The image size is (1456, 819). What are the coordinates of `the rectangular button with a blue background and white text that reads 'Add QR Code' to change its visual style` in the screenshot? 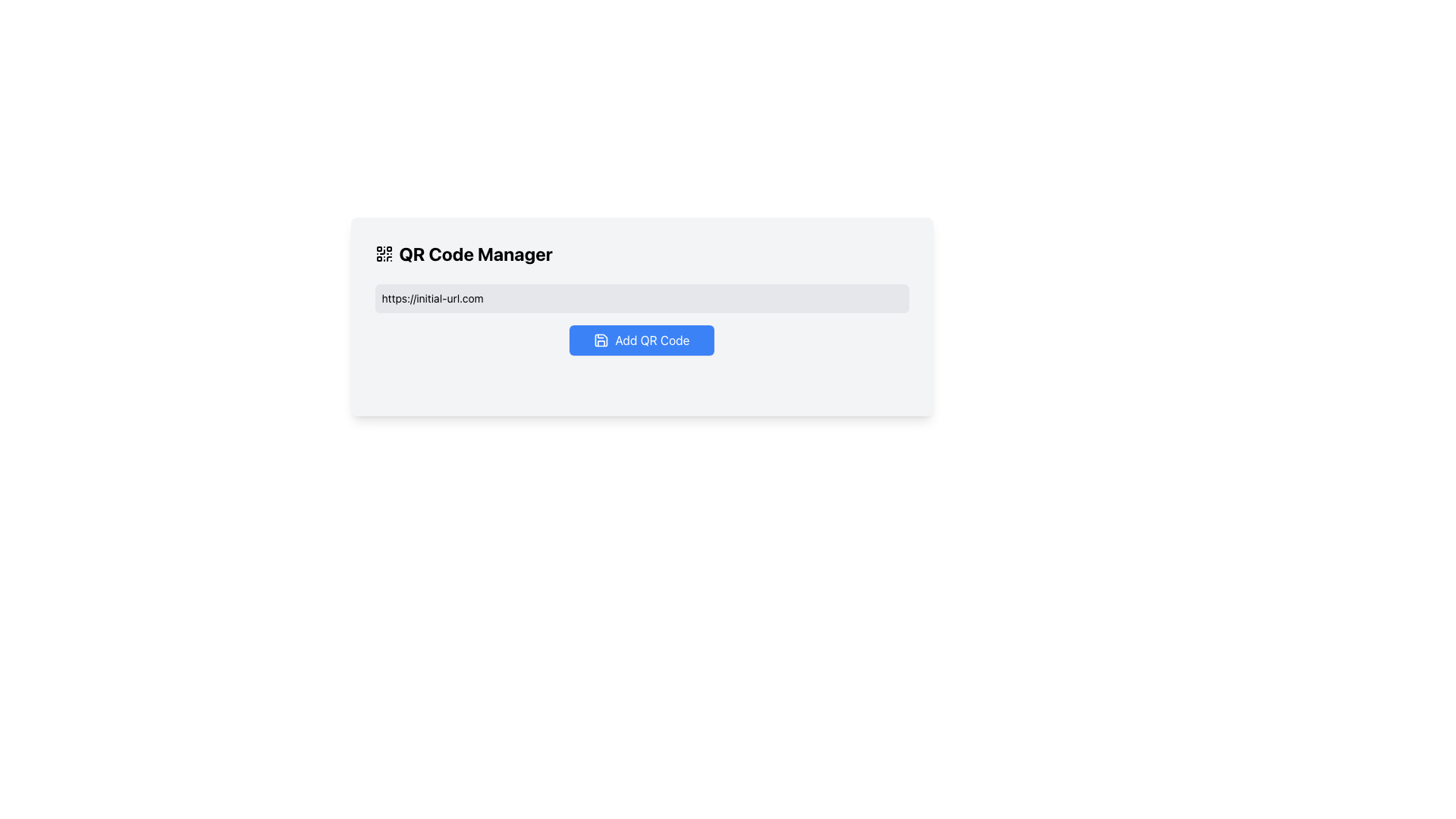 It's located at (642, 339).